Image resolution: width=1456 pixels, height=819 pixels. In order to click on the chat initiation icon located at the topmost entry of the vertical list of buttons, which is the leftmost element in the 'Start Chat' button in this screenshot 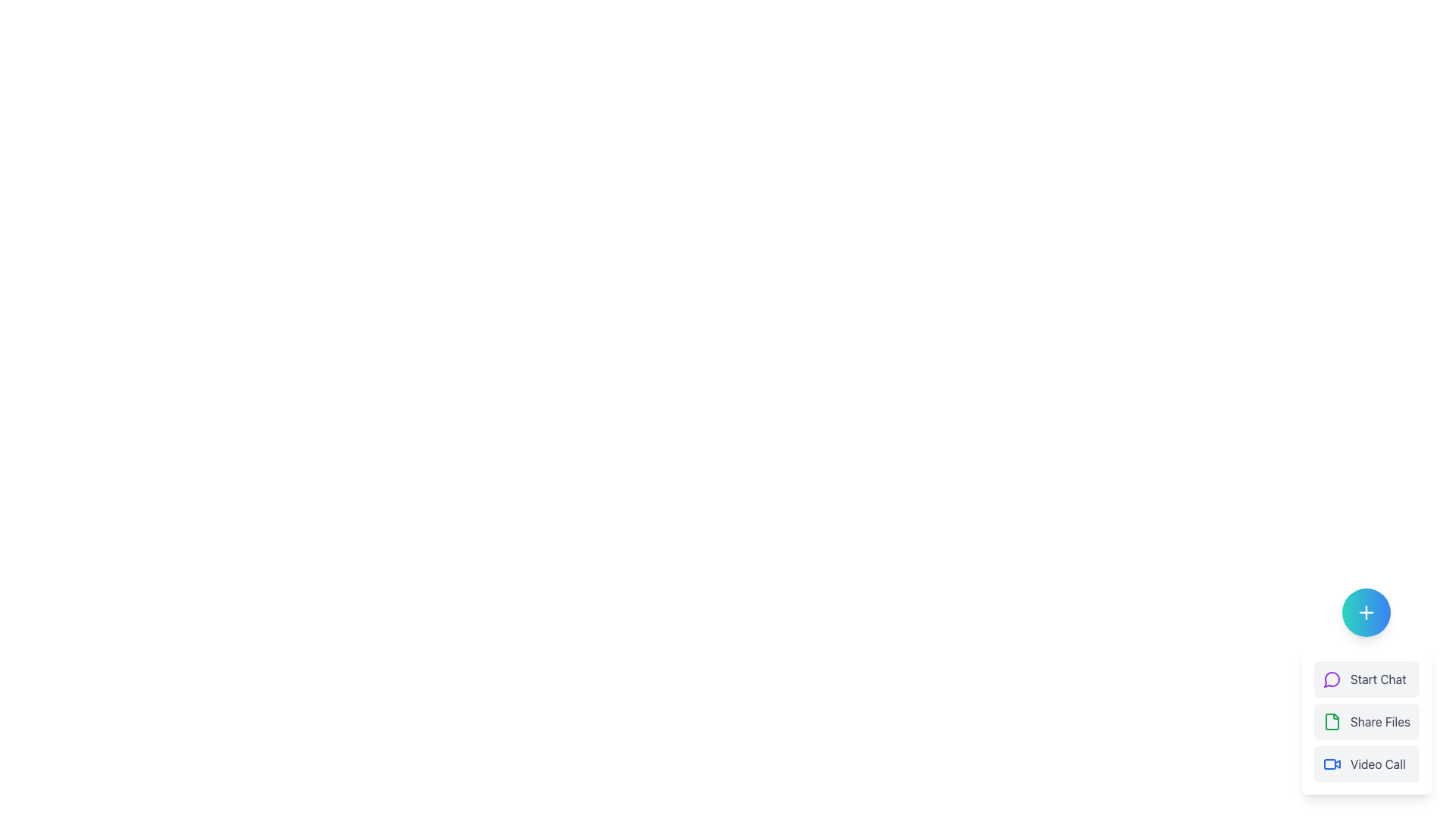, I will do `click(1331, 678)`.